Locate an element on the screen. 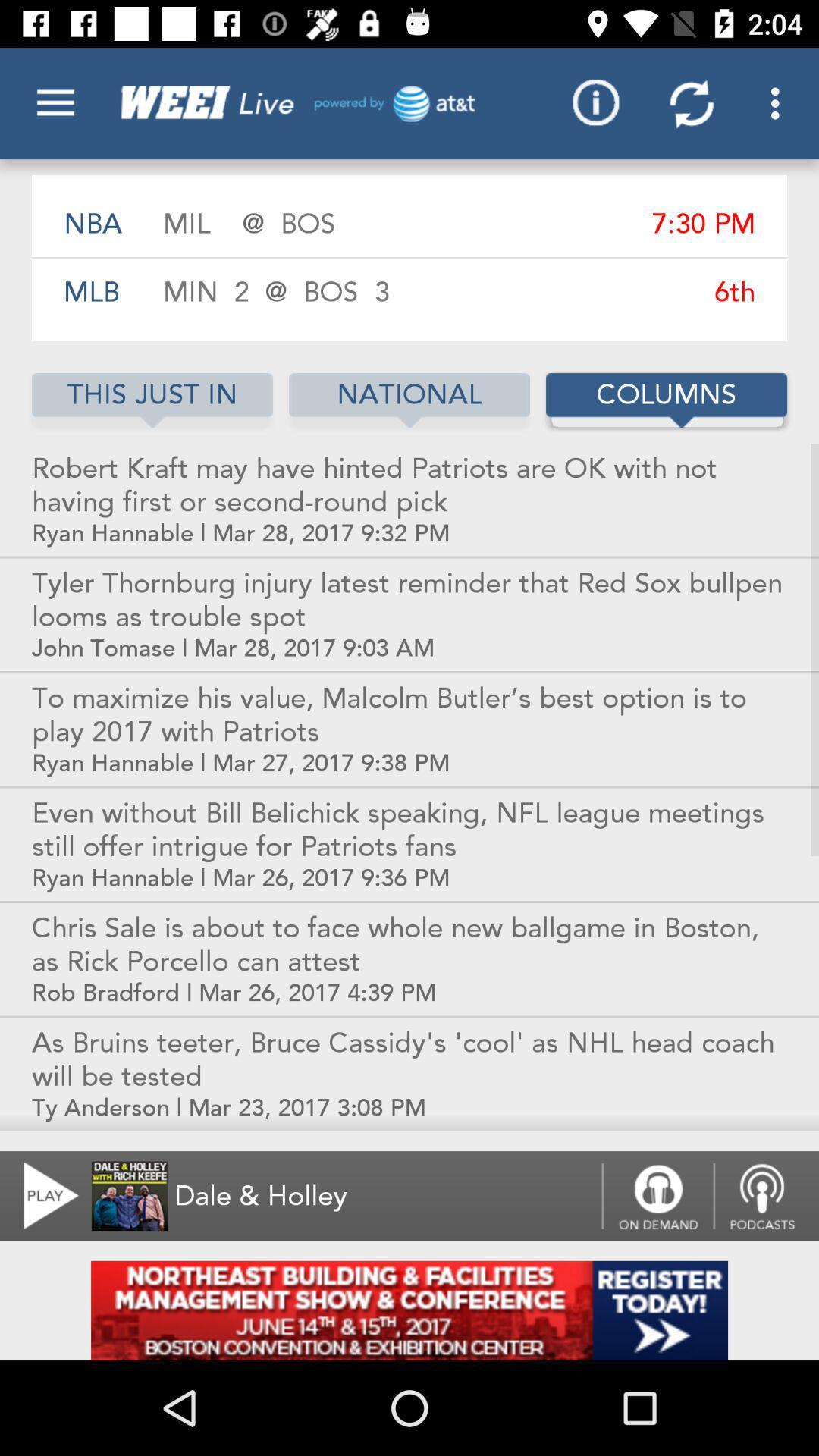 The height and width of the screenshot is (1456, 819). the play icon is located at coordinates (41, 1195).